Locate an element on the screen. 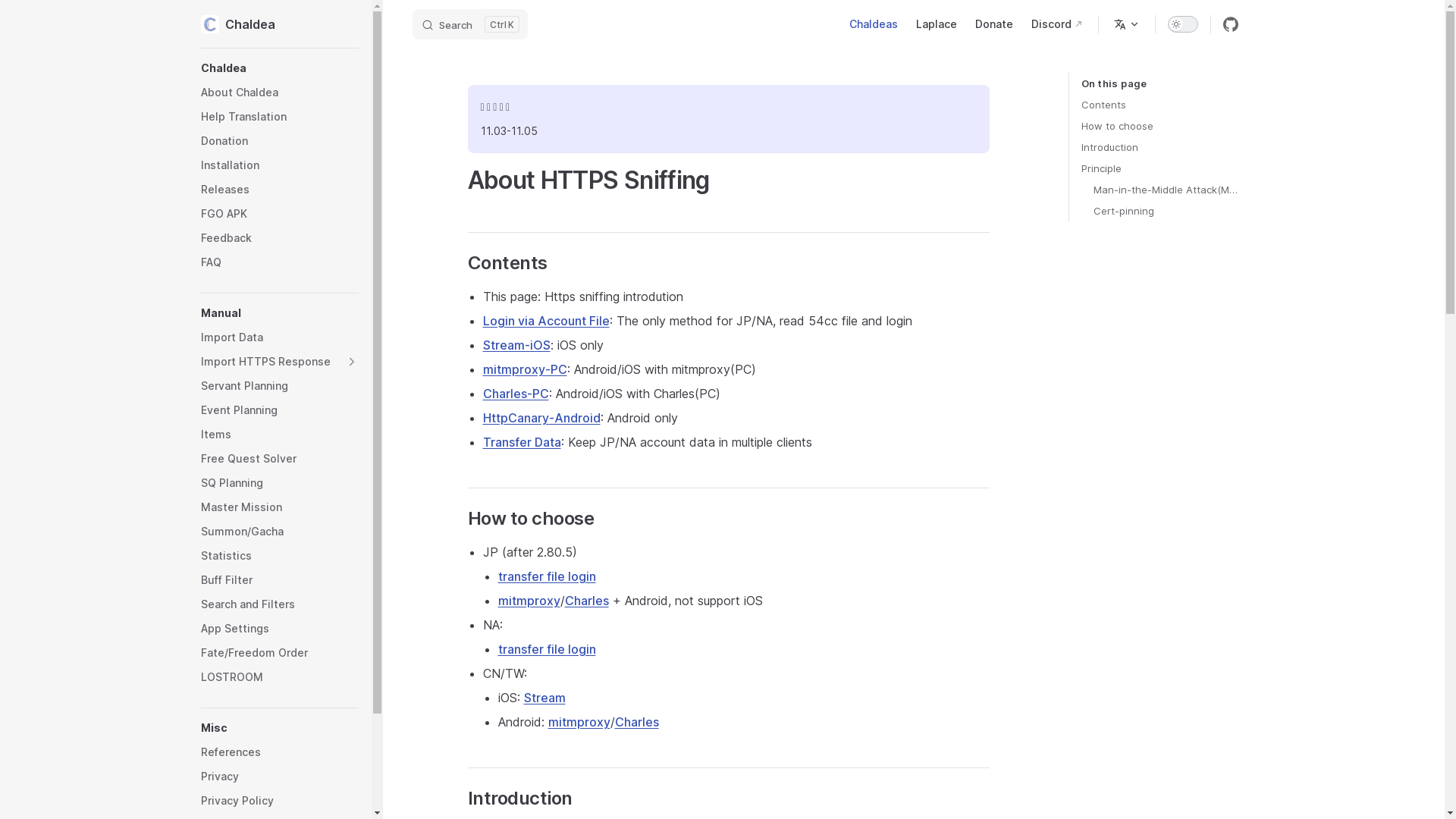 This screenshot has width=1456, height=819. 'mitmproxy' is located at coordinates (528, 599).